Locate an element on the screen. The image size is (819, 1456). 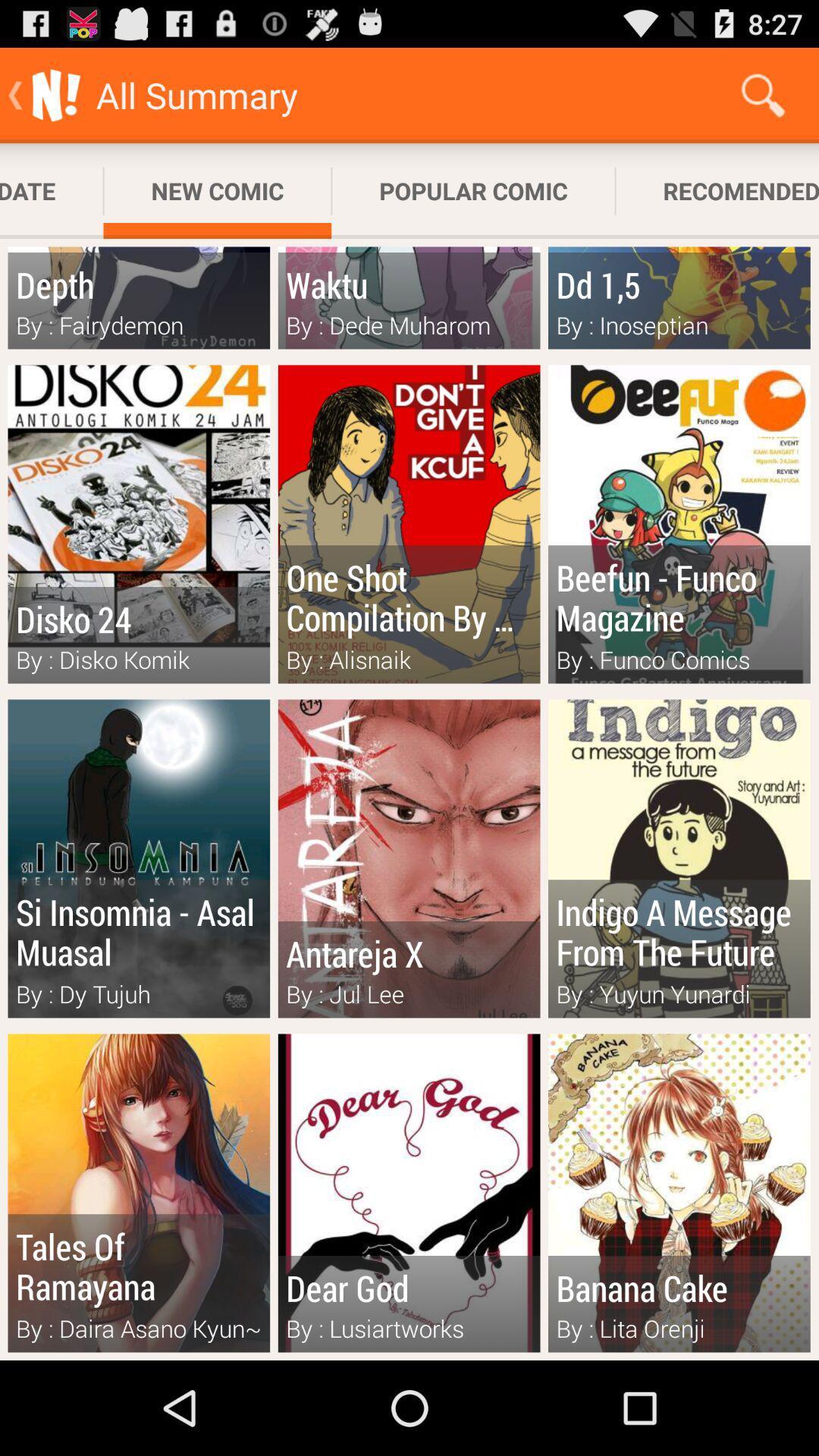
app next to popular comic app is located at coordinates (763, 94).